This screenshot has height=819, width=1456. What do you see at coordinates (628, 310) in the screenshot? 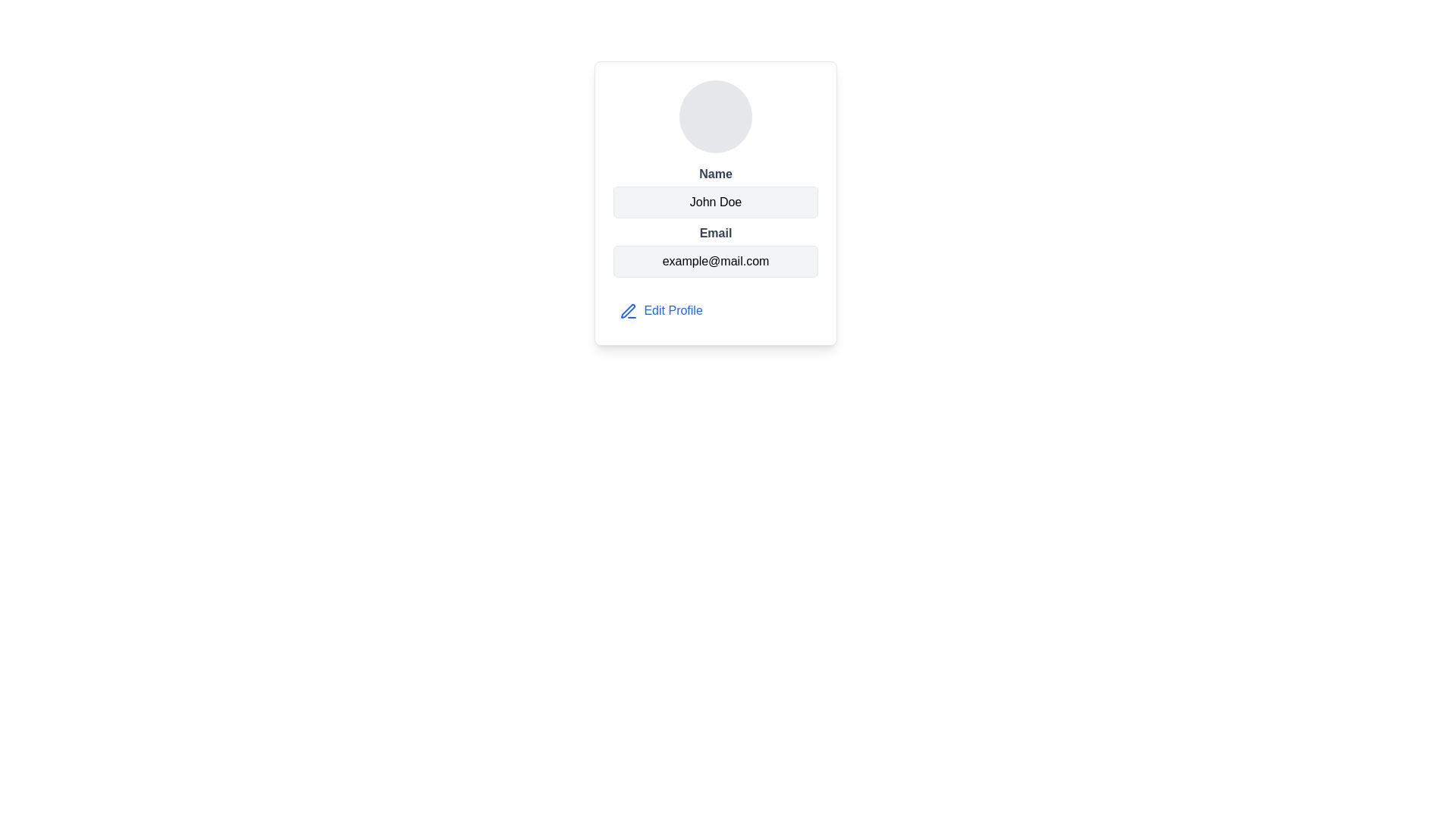
I see `the pen icon located next to the 'Edit Profile' label in the user details card` at bounding box center [628, 310].